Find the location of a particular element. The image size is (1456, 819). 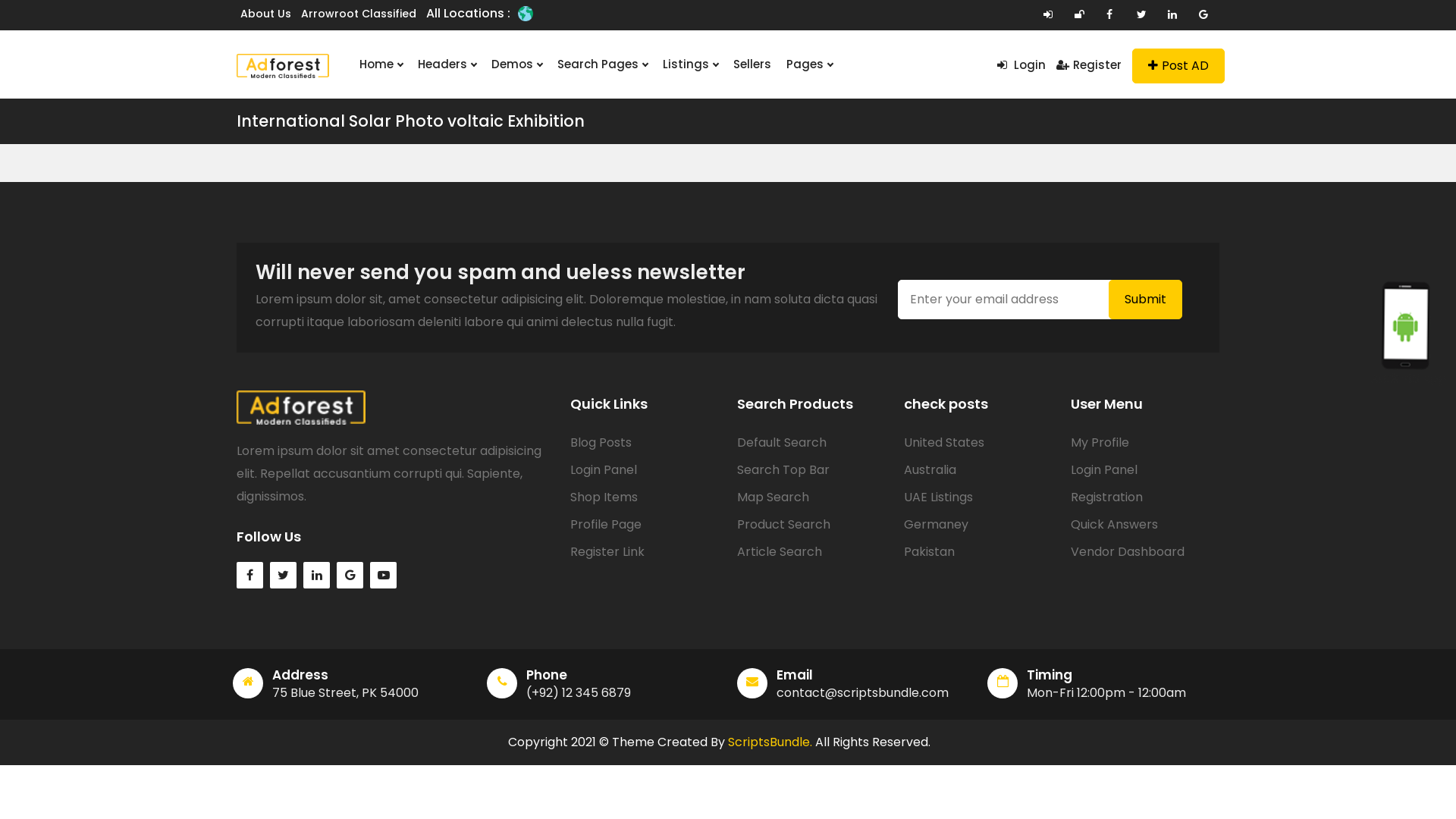

'Pages' is located at coordinates (779, 63).